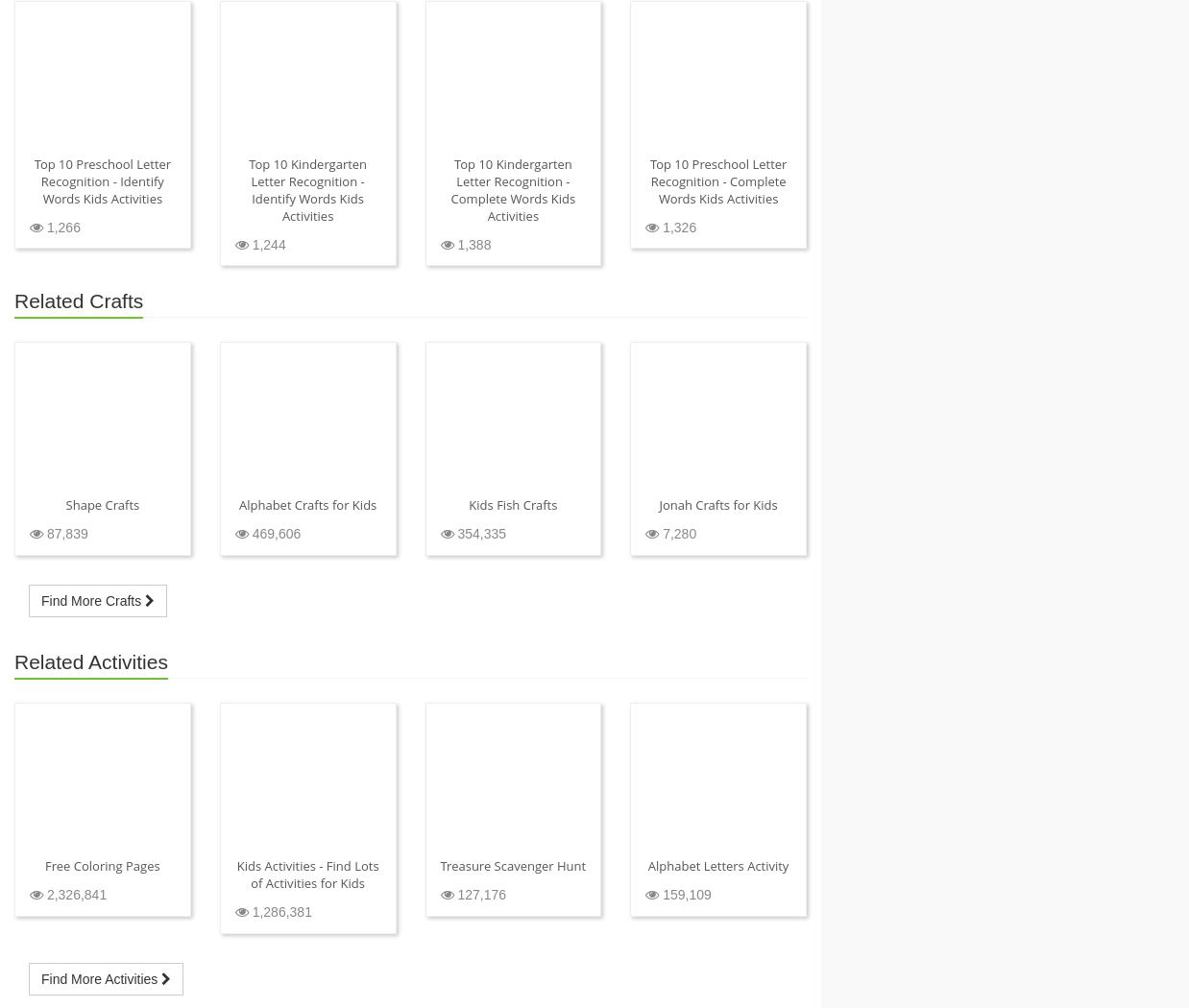 Image resolution: width=1189 pixels, height=1008 pixels. I want to click on '1,286,381', so click(246, 911).